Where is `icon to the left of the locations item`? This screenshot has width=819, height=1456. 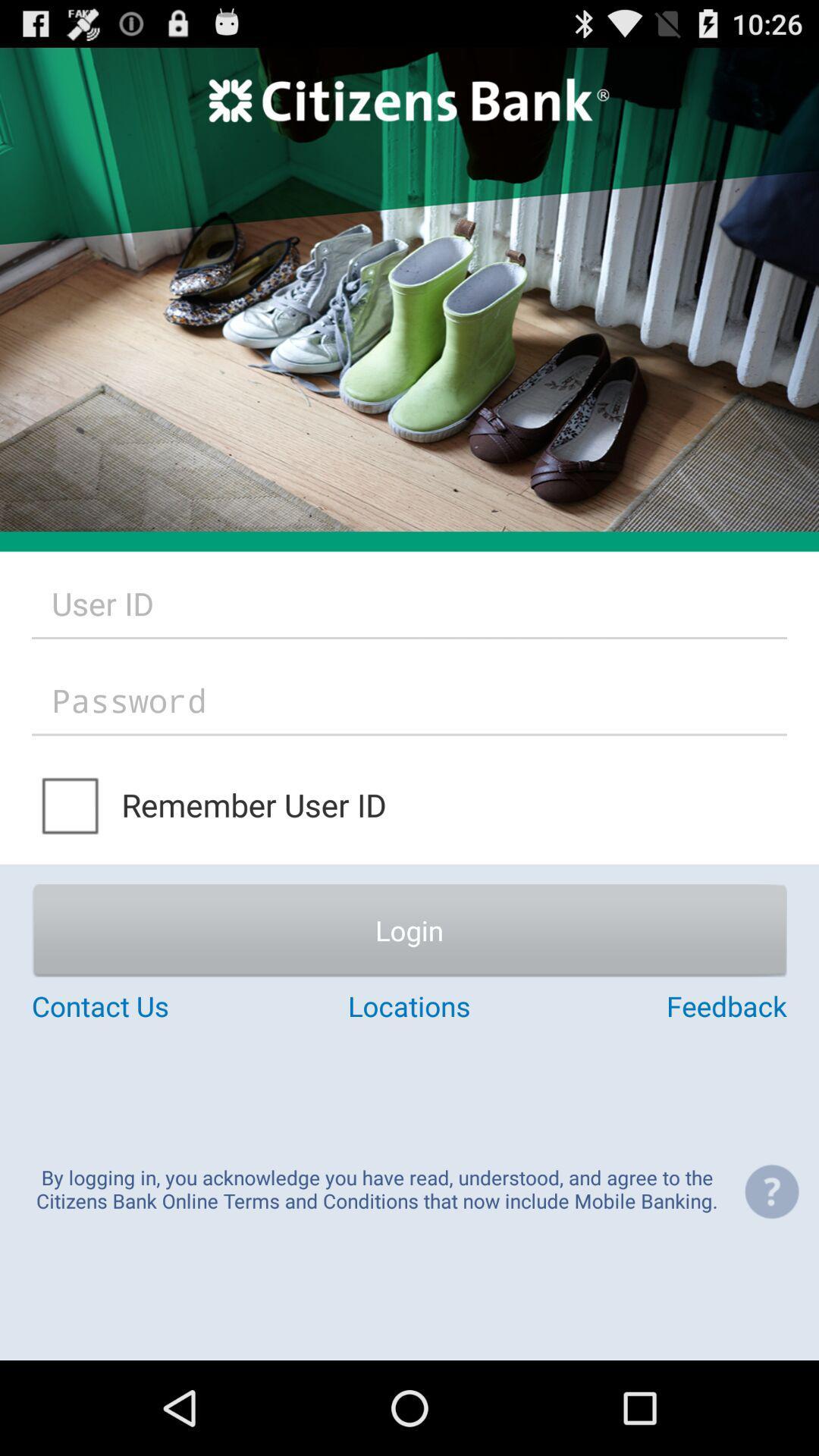 icon to the left of the locations item is located at coordinates (157, 1006).